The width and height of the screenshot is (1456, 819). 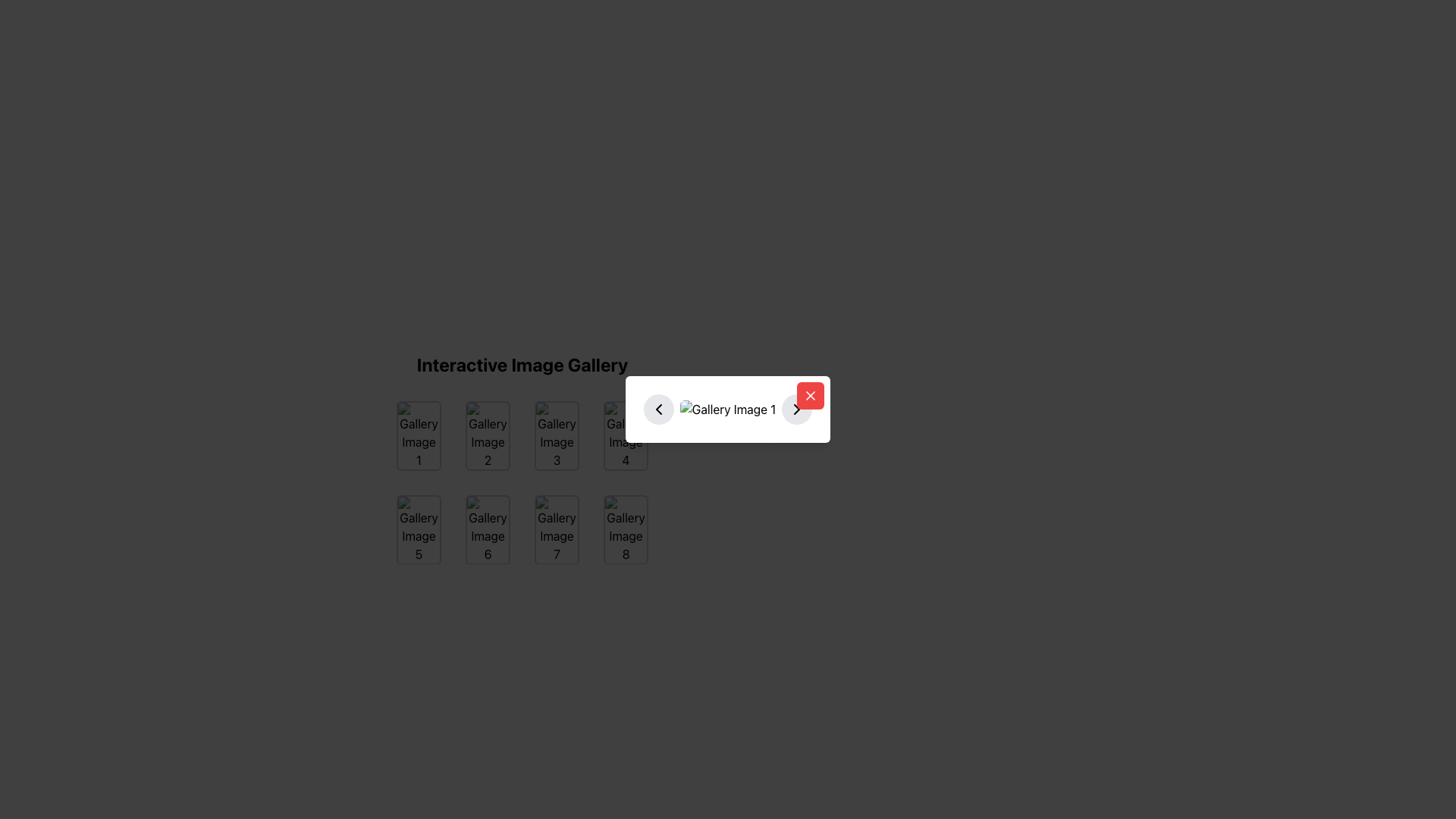 What do you see at coordinates (556, 529) in the screenshot?
I see `the seventh image in the gallery` at bounding box center [556, 529].